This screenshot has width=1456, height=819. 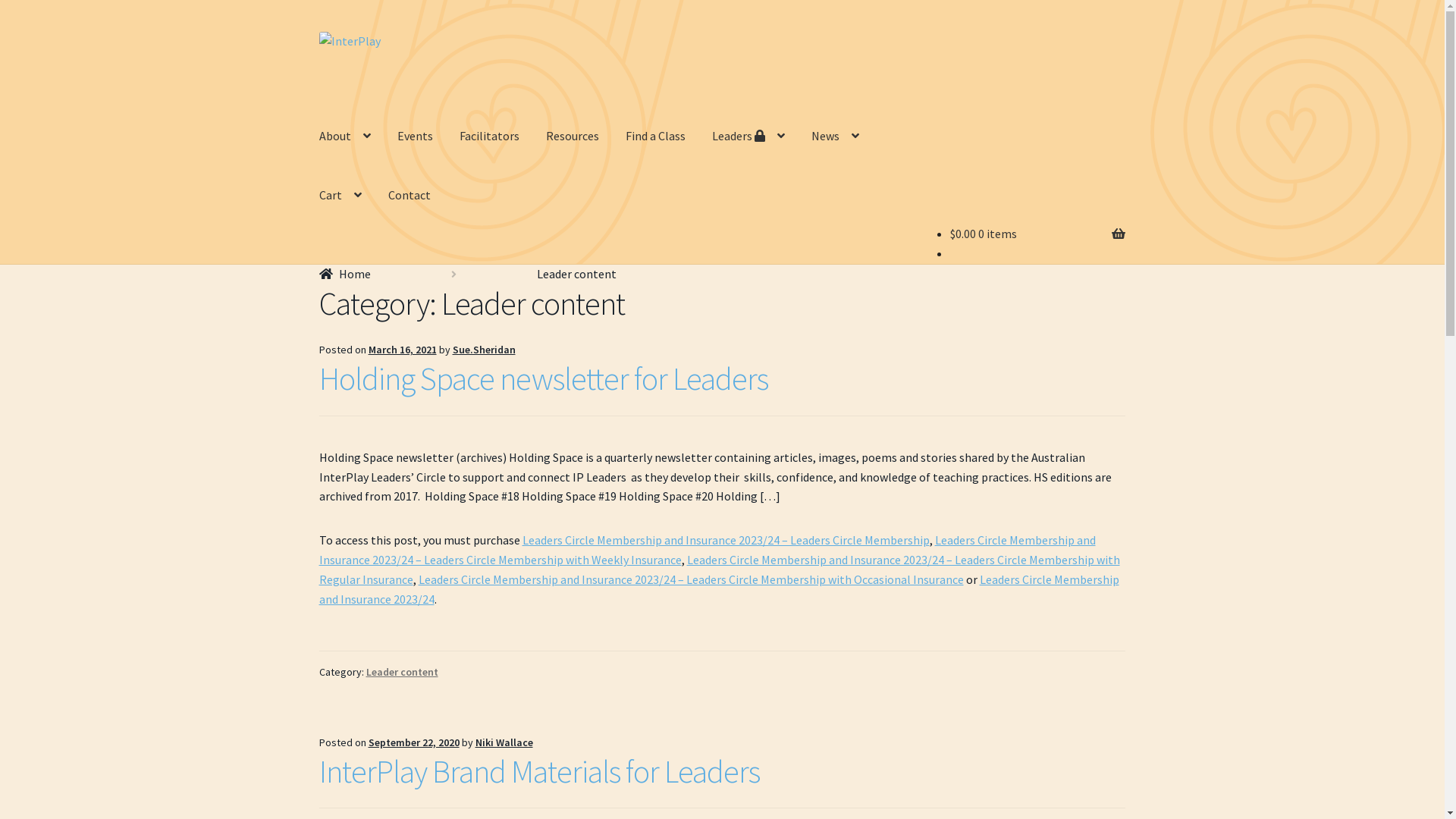 What do you see at coordinates (504, 742) in the screenshot?
I see `'Niki Wallace'` at bounding box center [504, 742].